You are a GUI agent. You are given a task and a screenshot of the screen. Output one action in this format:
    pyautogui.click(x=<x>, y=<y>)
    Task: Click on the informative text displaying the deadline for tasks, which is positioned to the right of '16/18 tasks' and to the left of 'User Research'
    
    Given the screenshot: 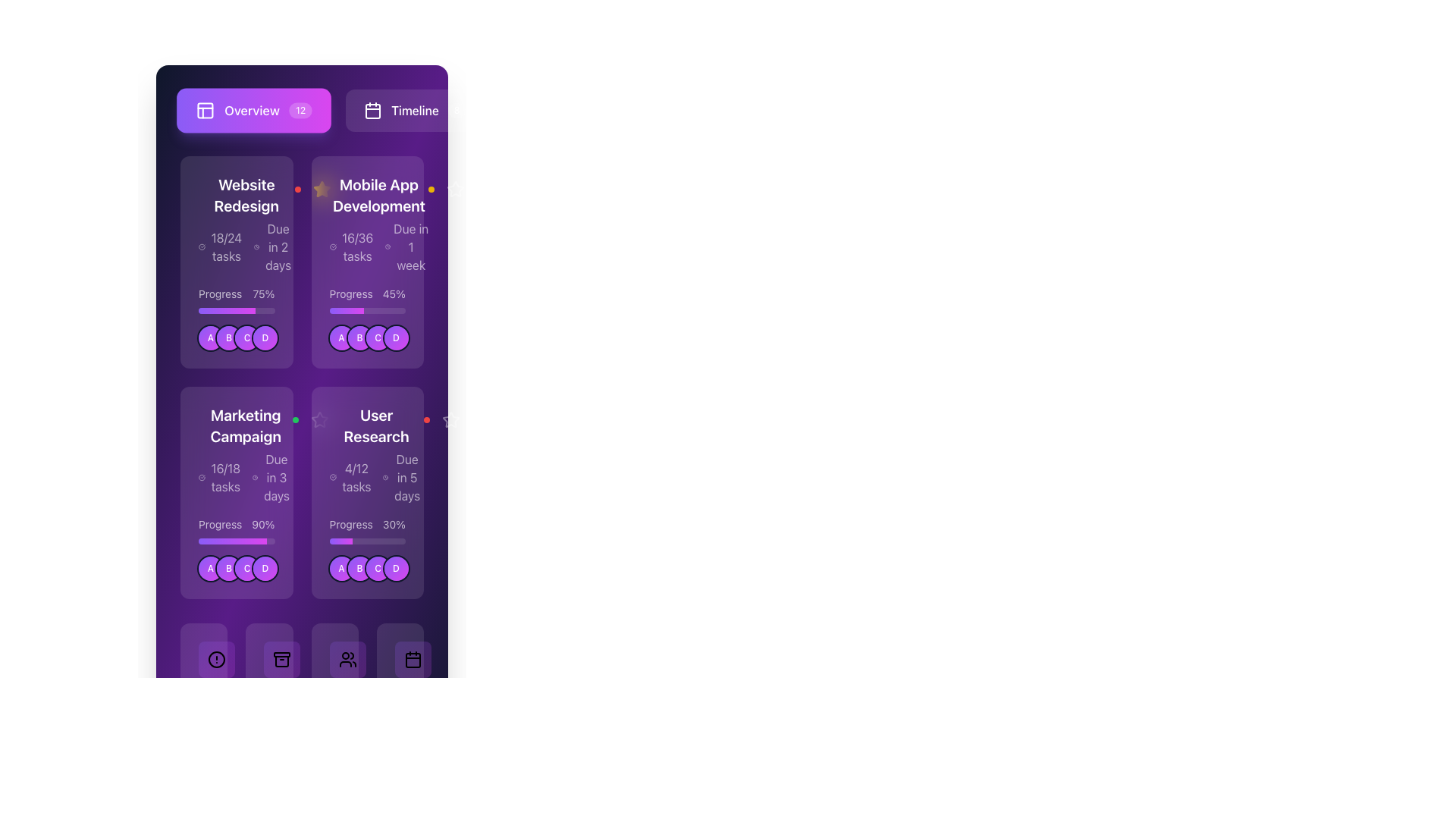 What is the action you would take?
    pyautogui.click(x=272, y=476)
    